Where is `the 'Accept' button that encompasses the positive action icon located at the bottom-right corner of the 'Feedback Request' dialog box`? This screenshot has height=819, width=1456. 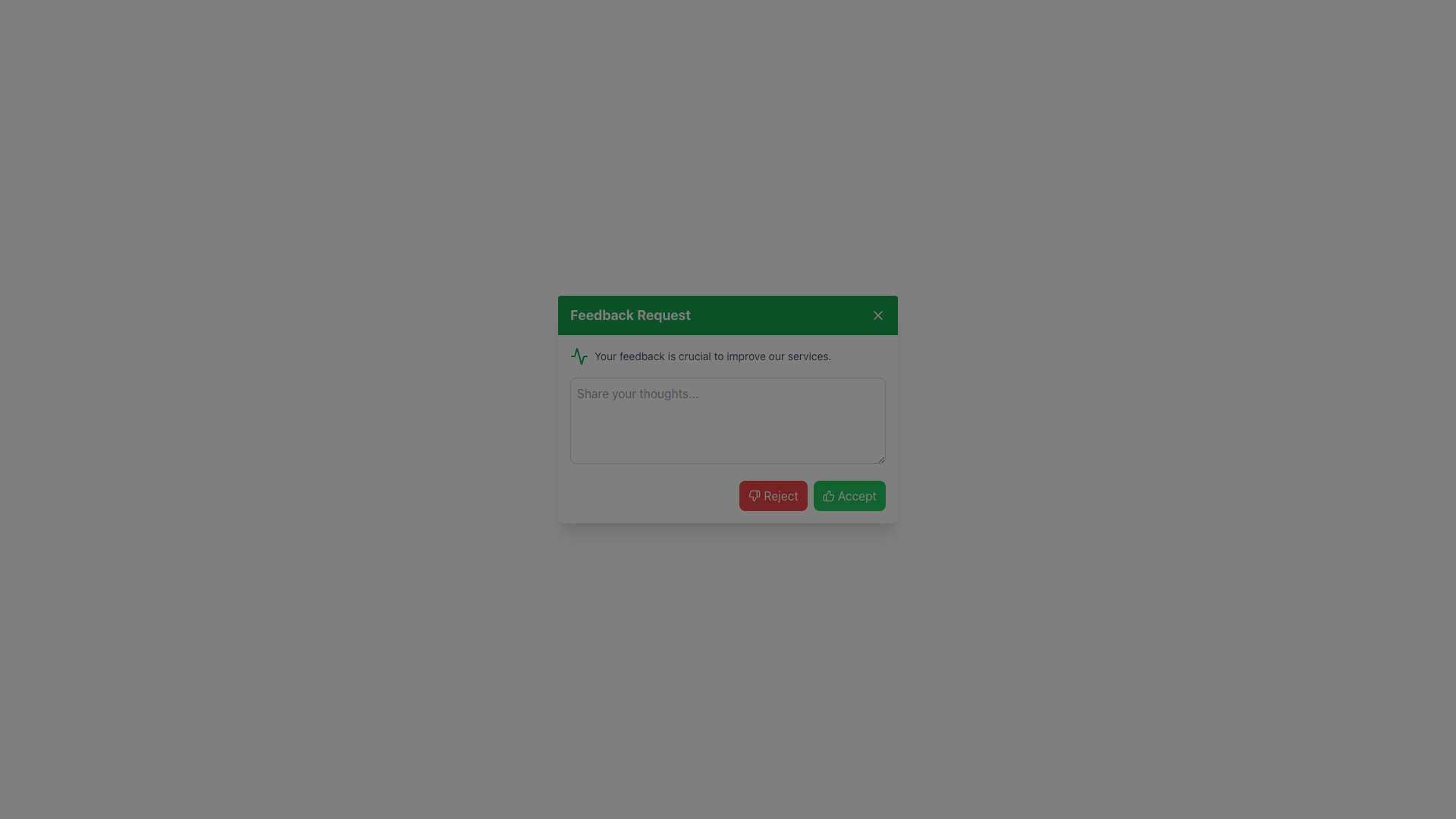
the 'Accept' button that encompasses the positive action icon located at the bottom-right corner of the 'Feedback Request' dialog box is located at coordinates (827, 496).